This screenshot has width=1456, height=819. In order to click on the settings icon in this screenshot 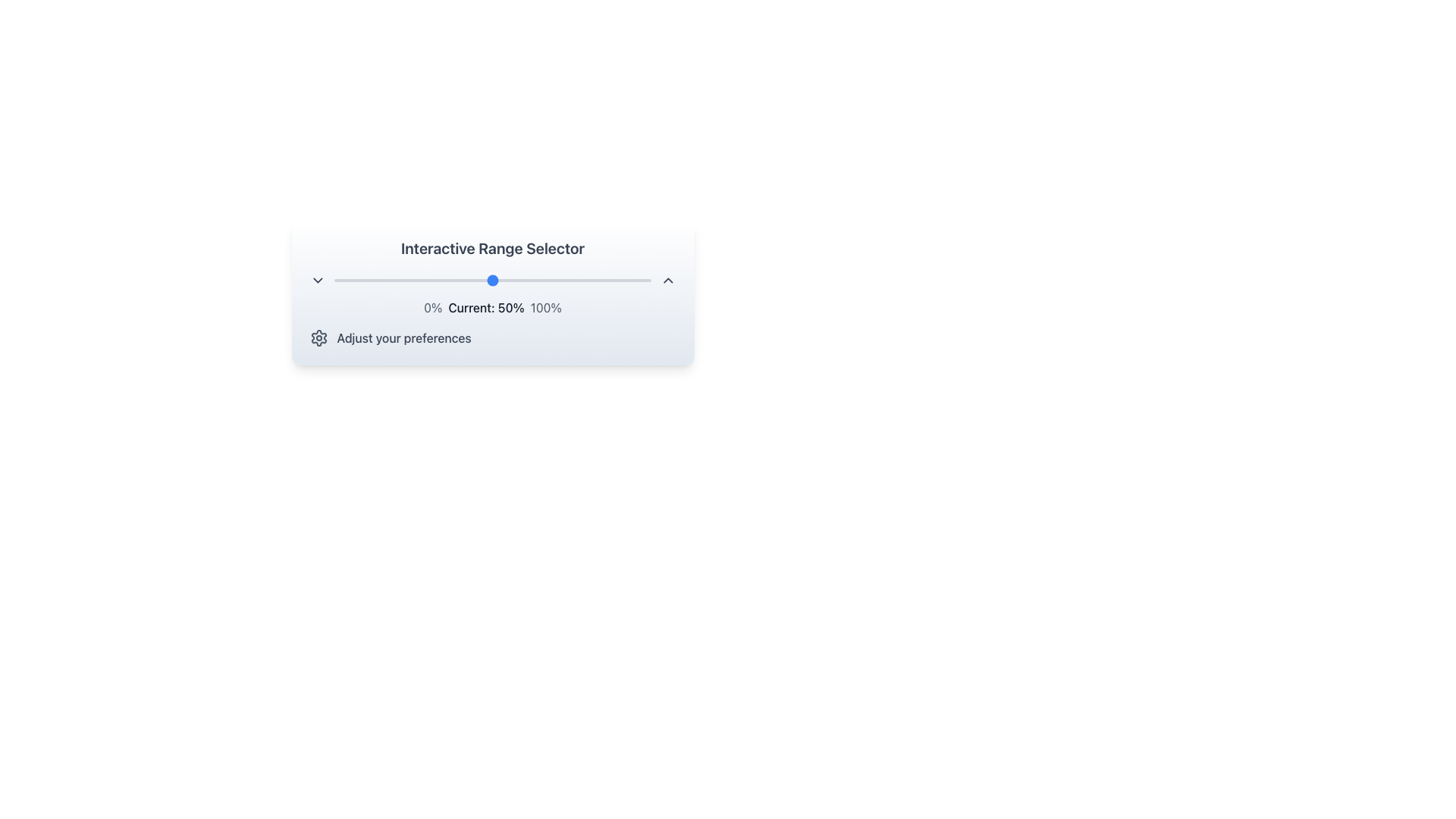, I will do `click(318, 337)`.